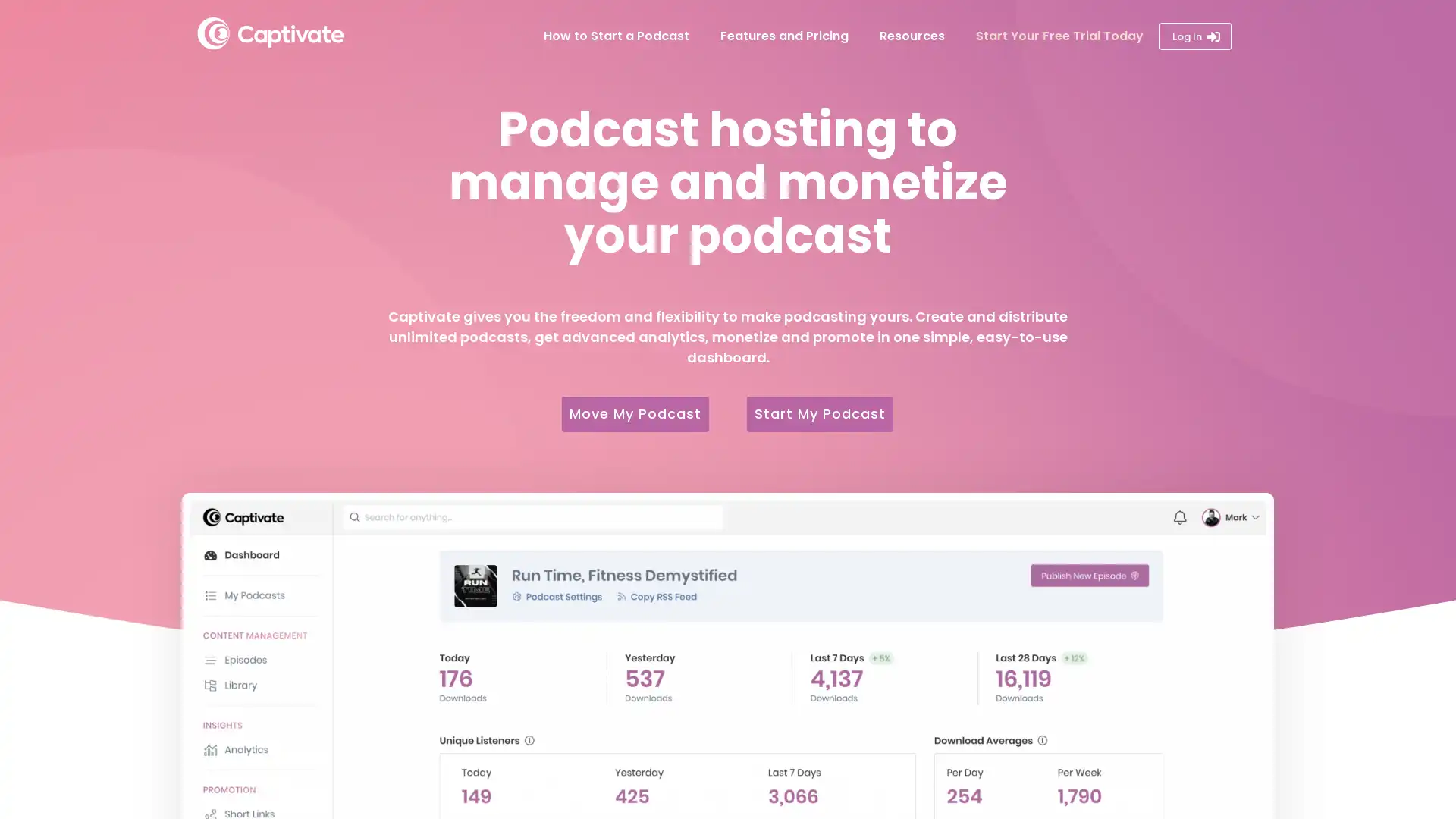  Describe the element at coordinates (629, 413) in the screenshot. I see `Move My Podcast` at that location.